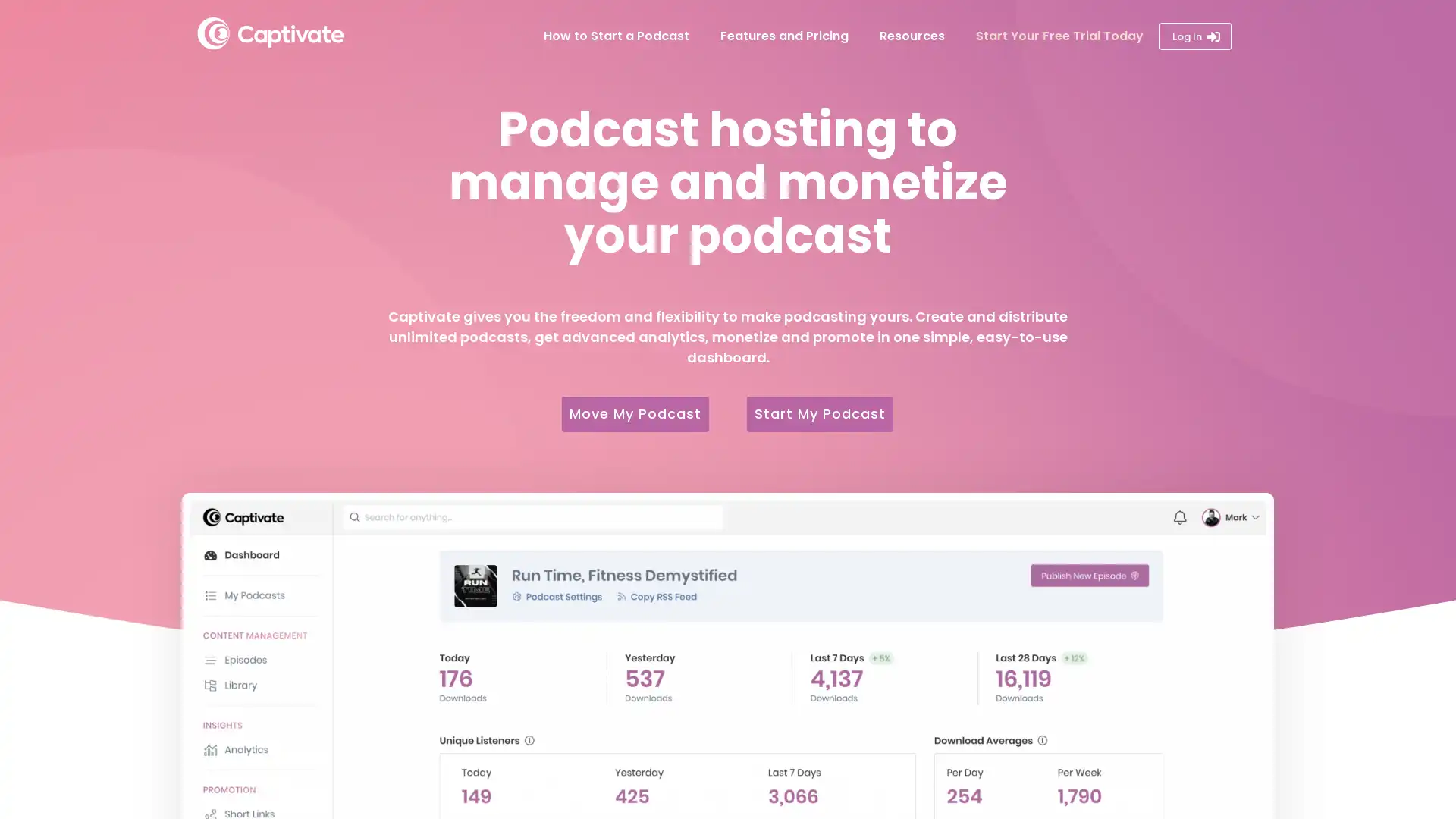  Describe the element at coordinates (629, 413) in the screenshot. I see `Move My Podcast` at that location.